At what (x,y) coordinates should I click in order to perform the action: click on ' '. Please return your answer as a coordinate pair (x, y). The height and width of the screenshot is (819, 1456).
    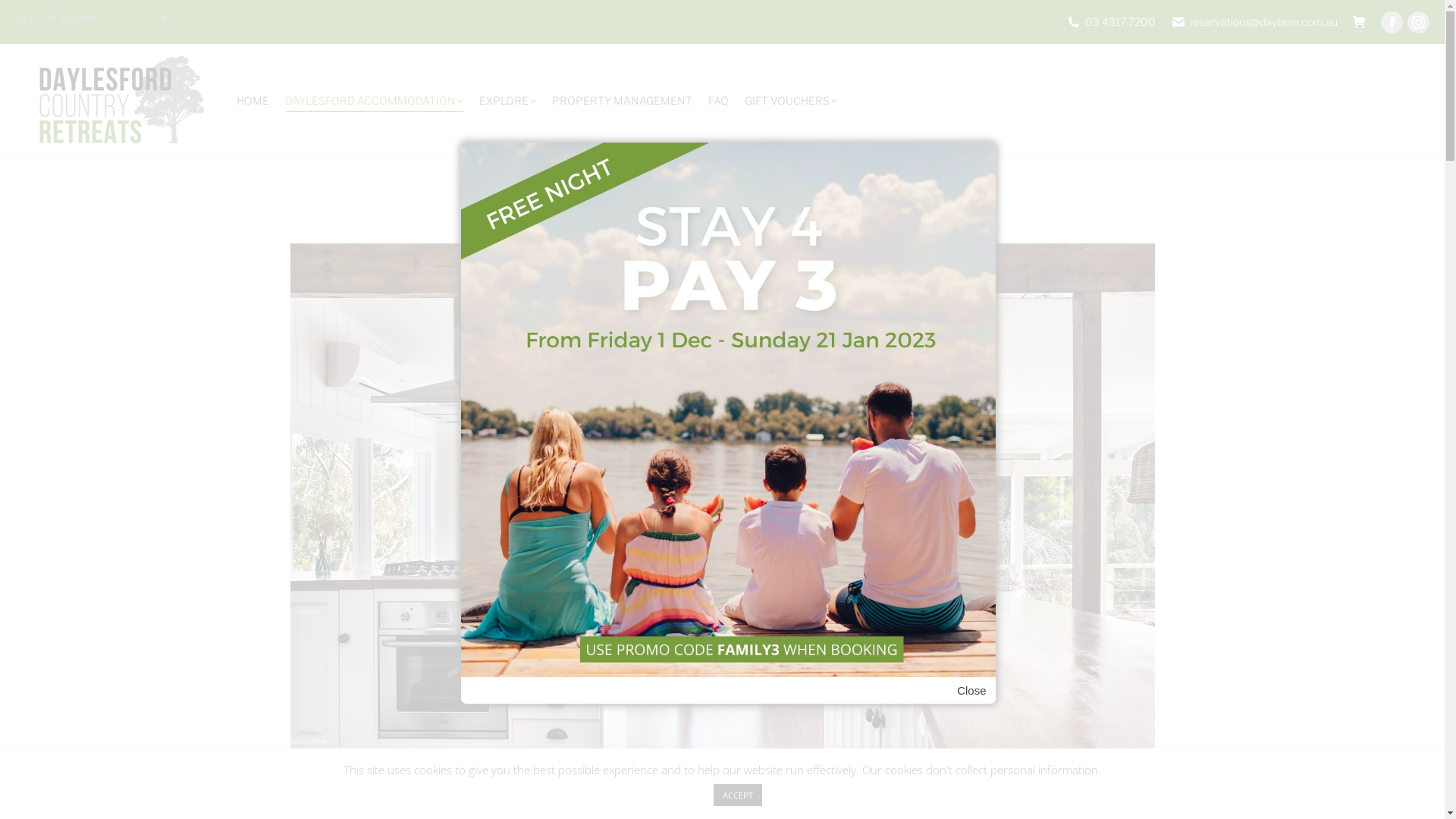
    Looking at the image, I should click on (1359, 22).